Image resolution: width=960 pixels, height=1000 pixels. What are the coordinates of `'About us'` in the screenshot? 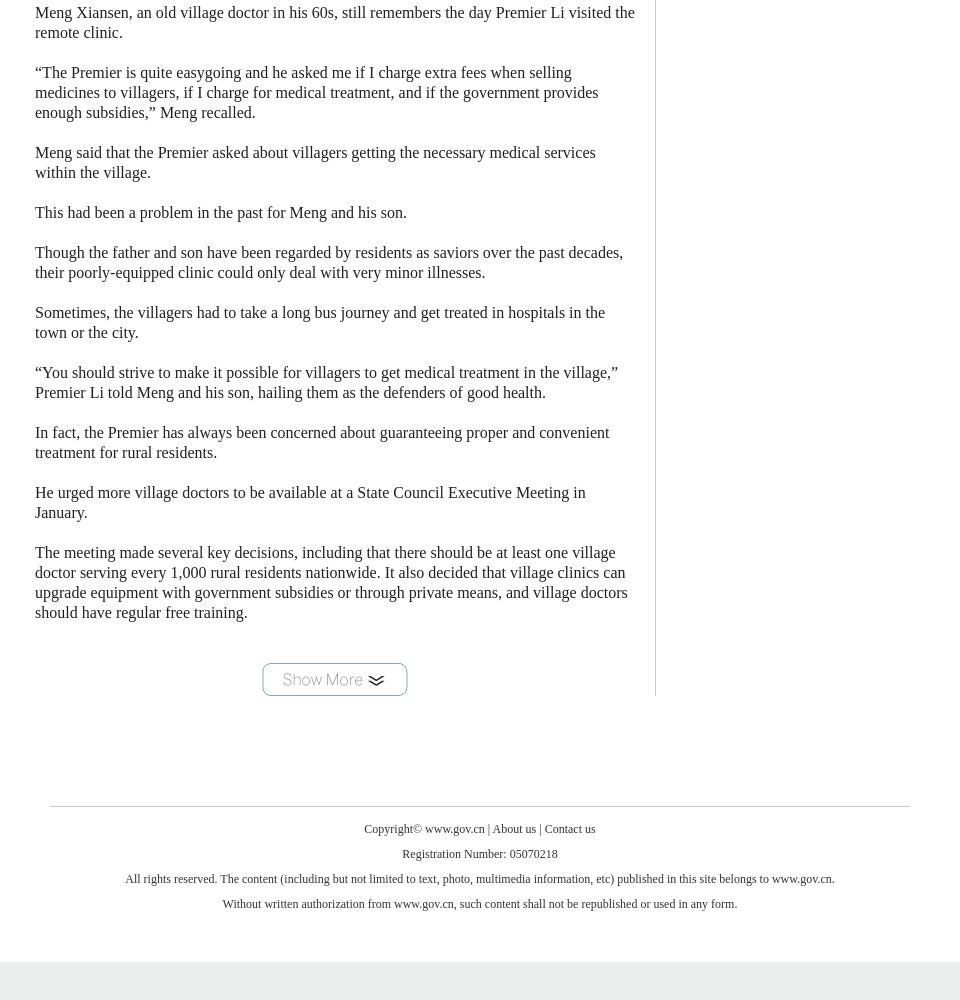 It's located at (512, 828).